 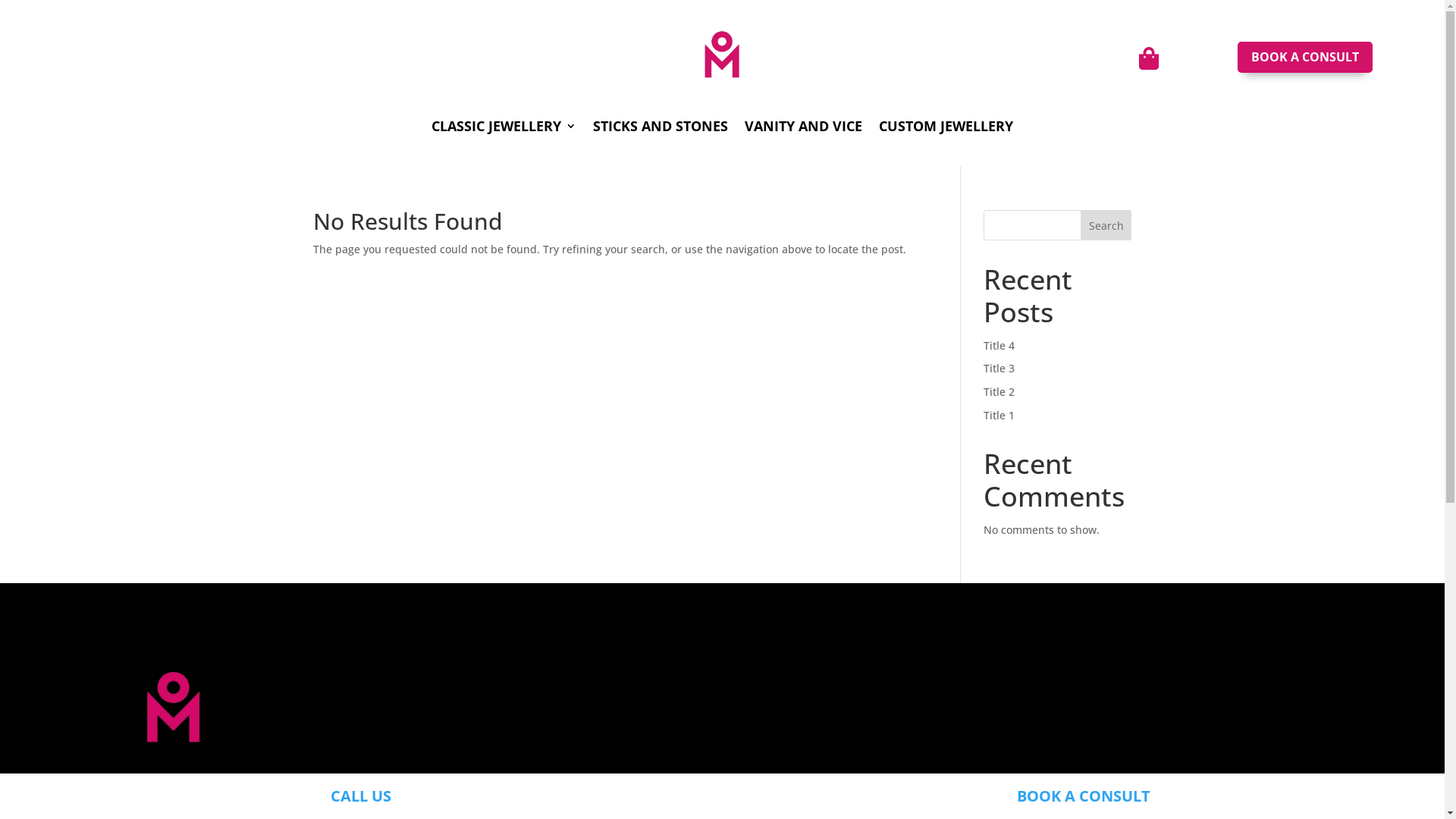 I want to click on 'CUSTOM JEWELLERY', so click(x=878, y=127).